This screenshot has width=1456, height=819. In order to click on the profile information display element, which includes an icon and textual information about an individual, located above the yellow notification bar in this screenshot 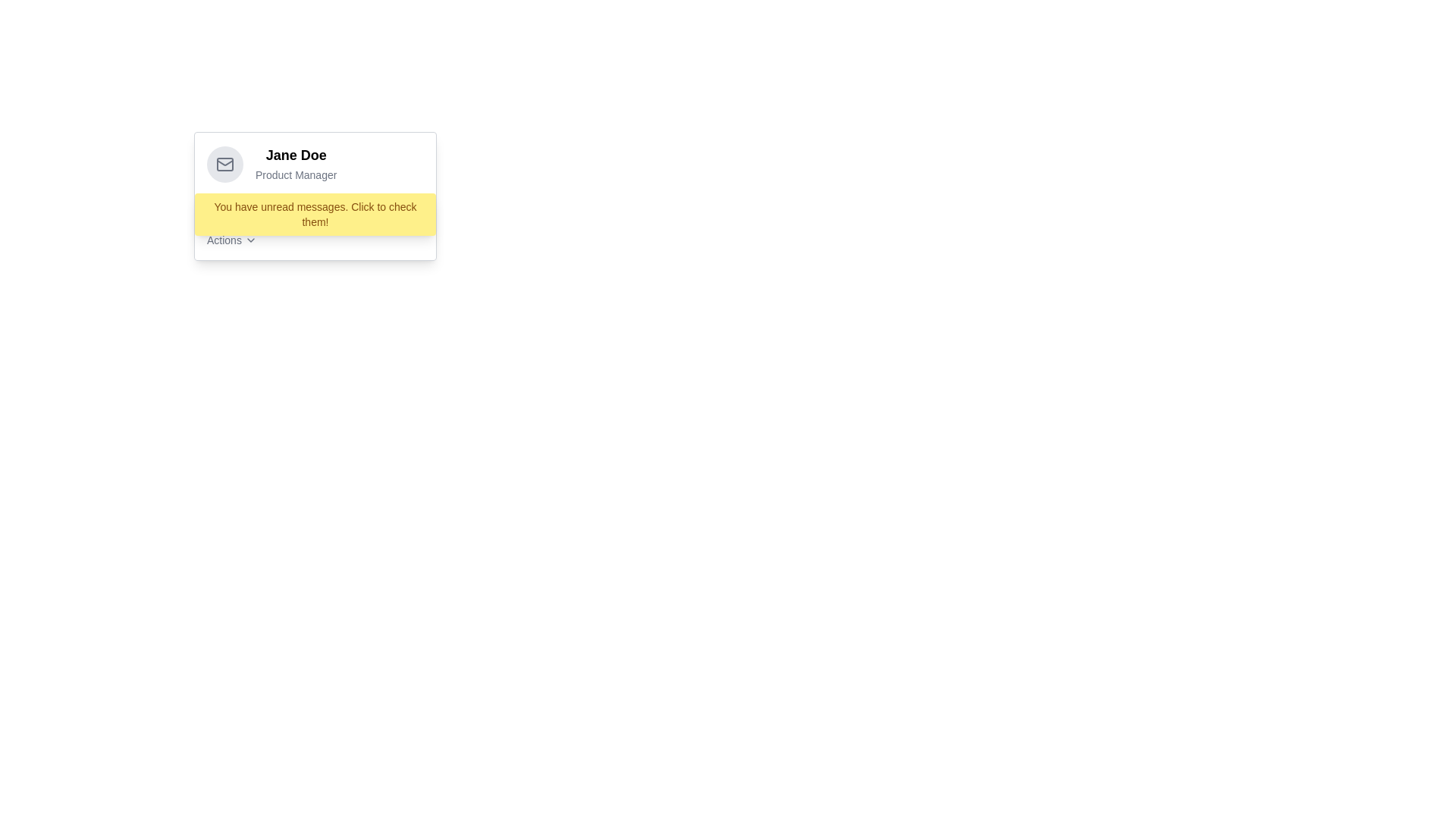, I will do `click(315, 164)`.